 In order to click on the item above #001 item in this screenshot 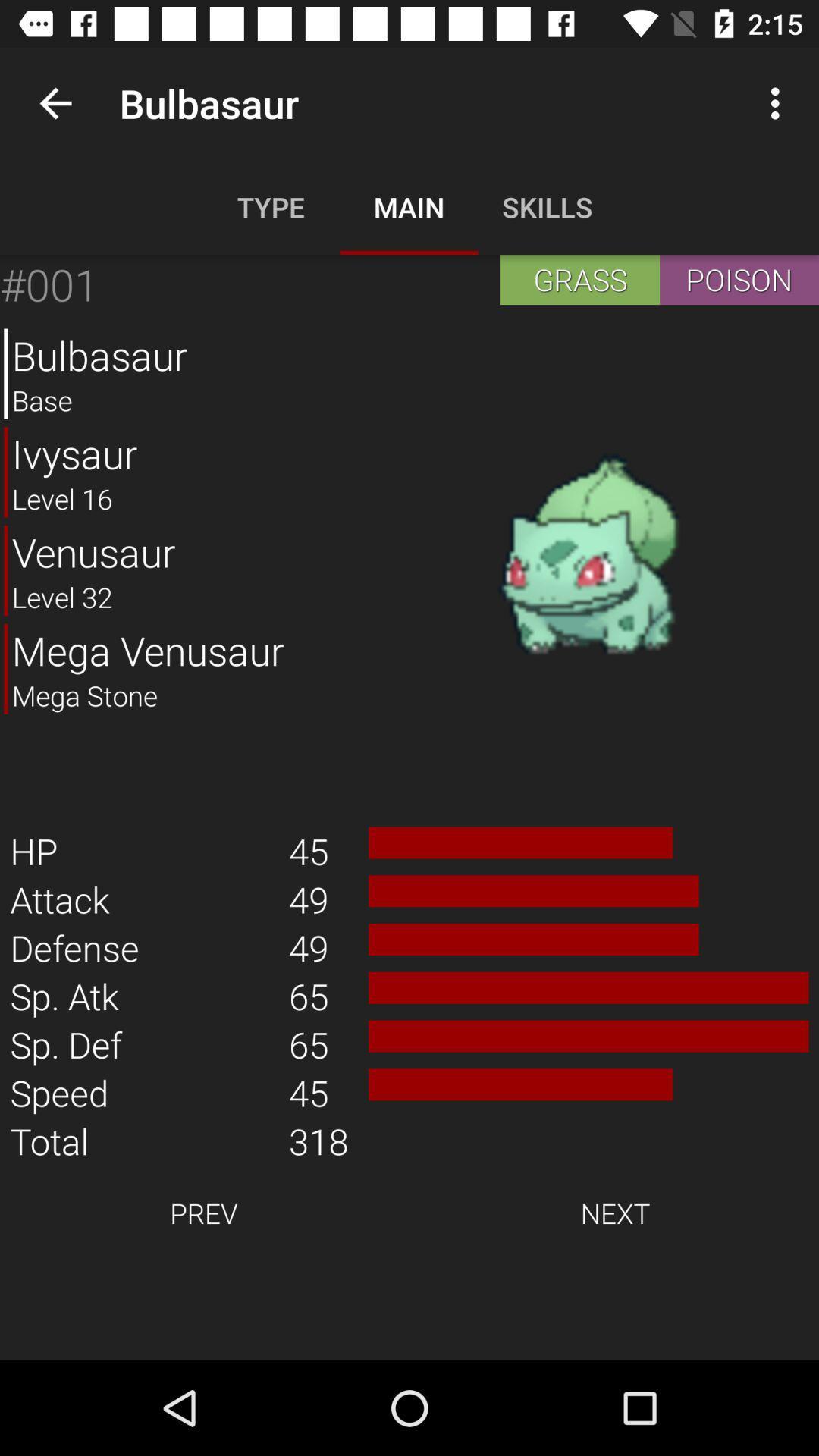, I will do `click(55, 102)`.